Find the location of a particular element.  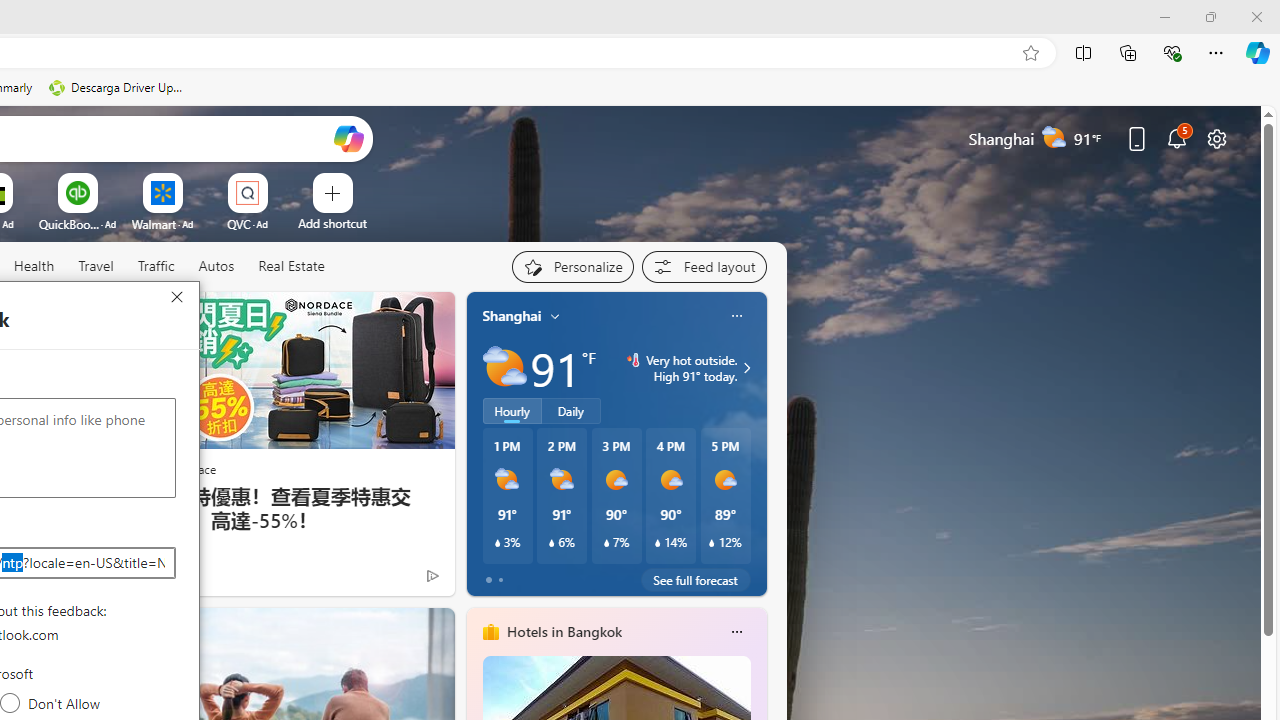

'My location' is located at coordinates (555, 315).